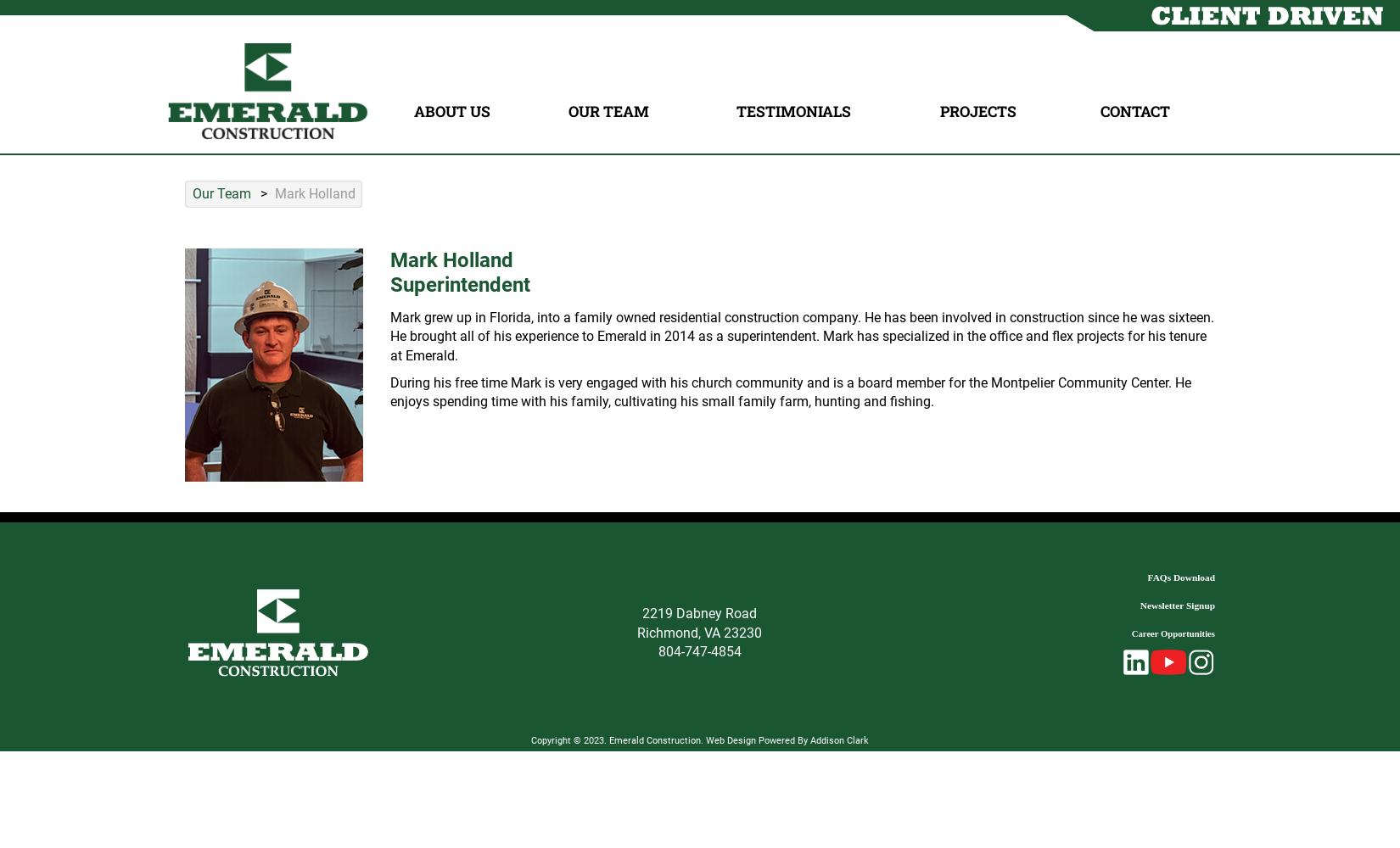 Image resolution: width=1400 pixels, height=848 pixels. Describe the element at coordinates (978, 111) in the screenshot. I see `'Projects'` at that location.